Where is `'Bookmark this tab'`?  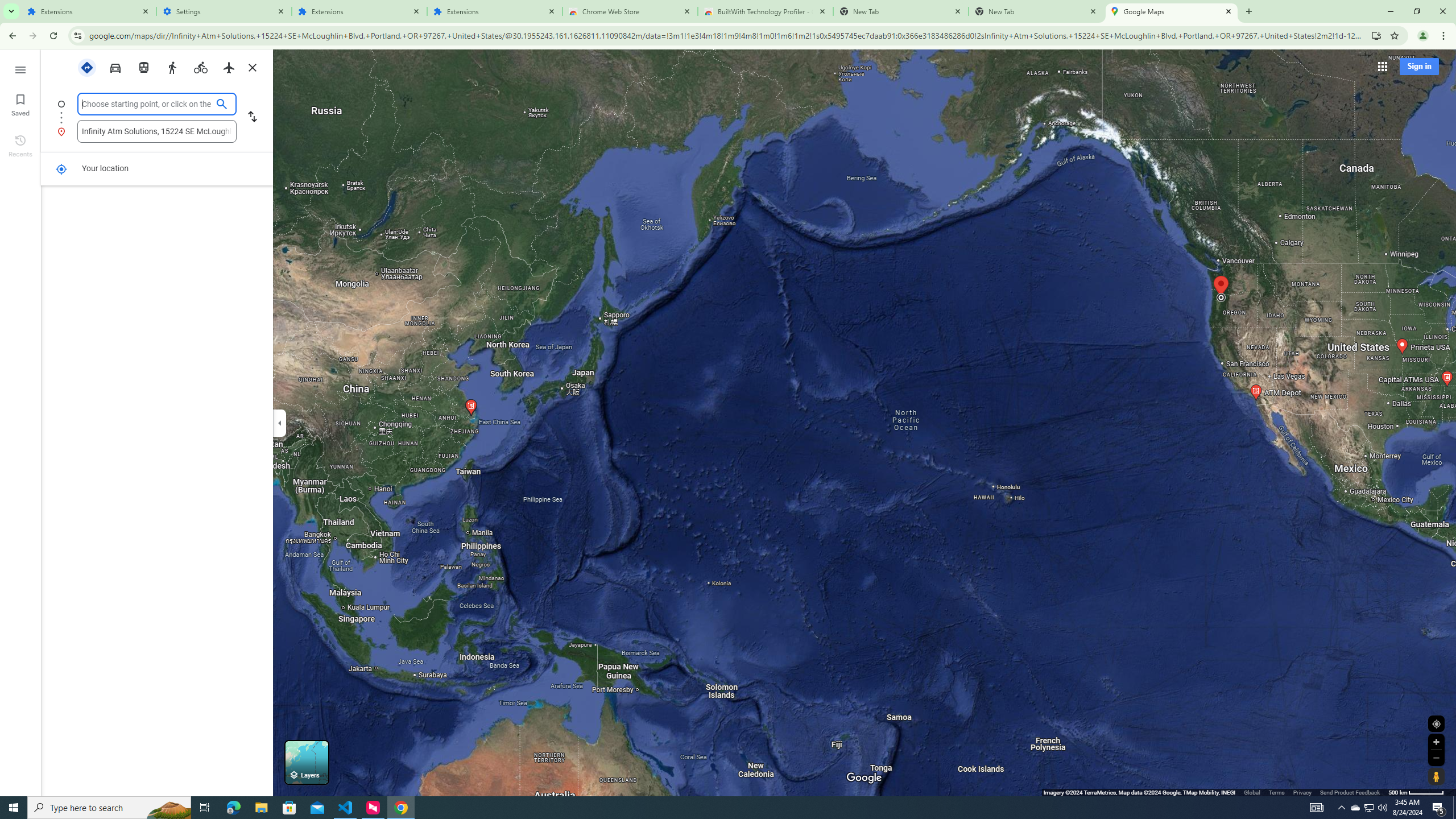 'Bookmark this tab' is located at coordinates (1393, 35).